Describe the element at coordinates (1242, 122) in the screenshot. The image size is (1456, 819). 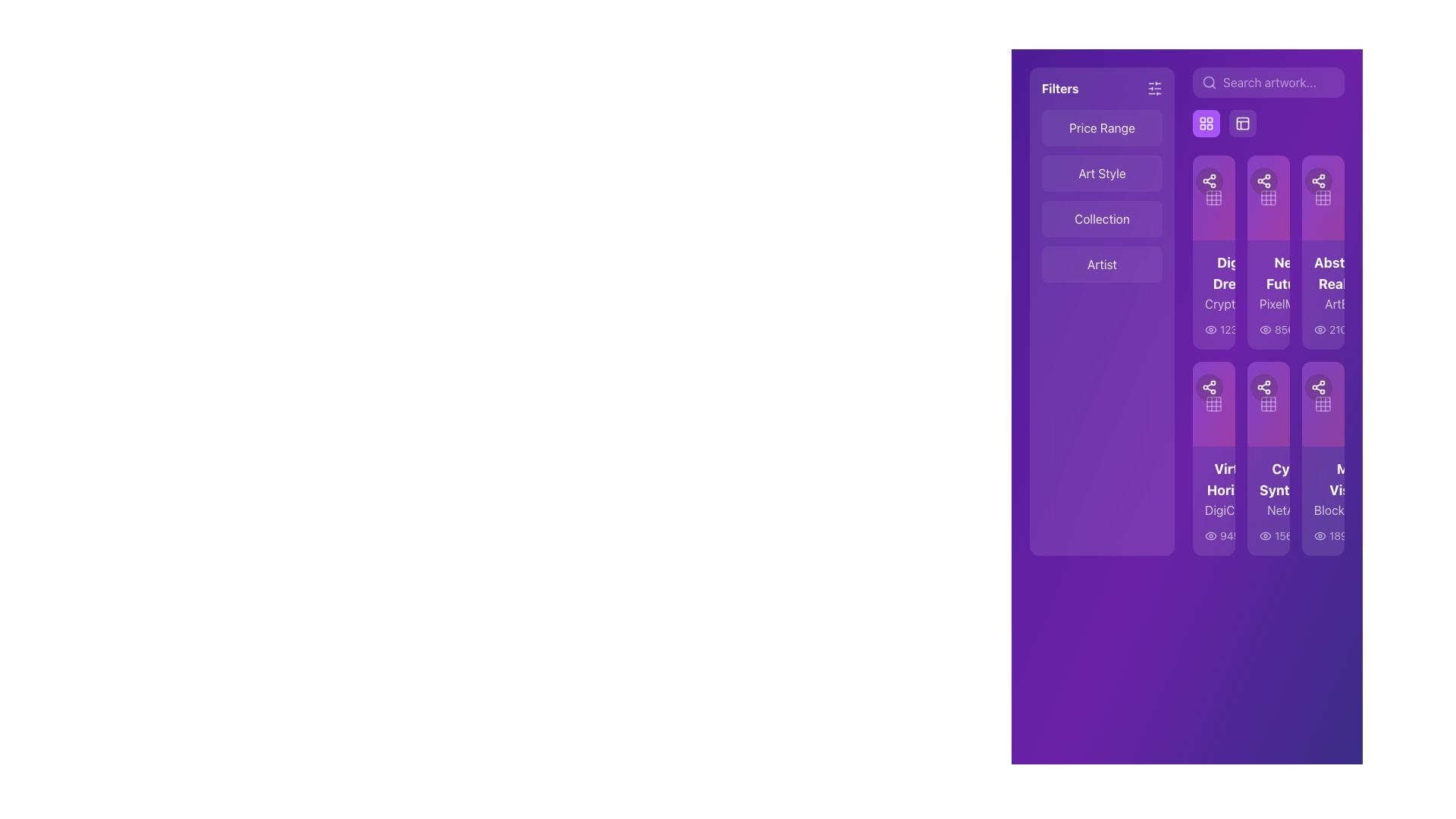
I see `the square button with a white grid icon on a purple background, located at the top right of the interface, adjacent to the search bar` at that location.